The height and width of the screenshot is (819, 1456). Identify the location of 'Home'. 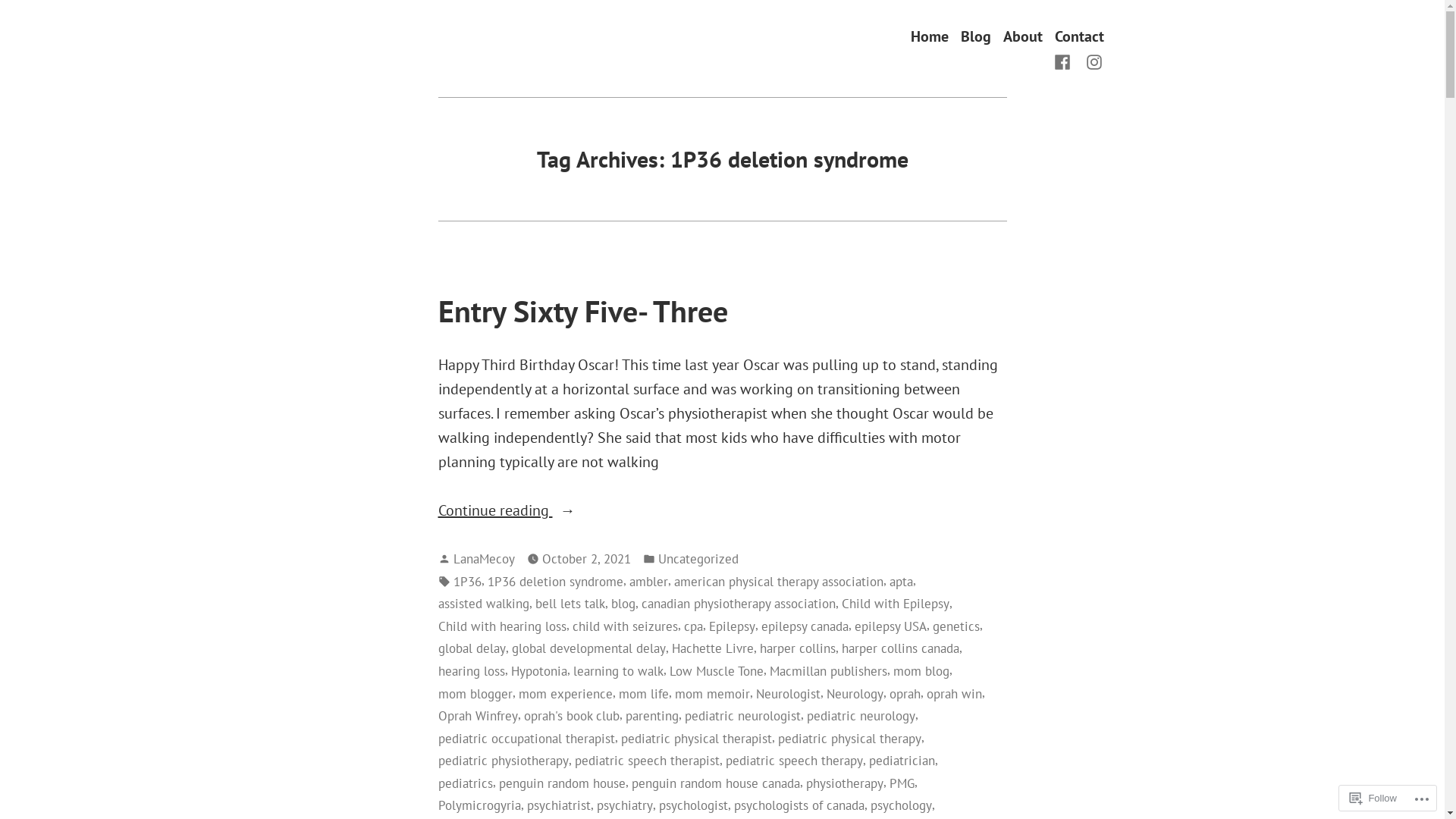
(910, 35).